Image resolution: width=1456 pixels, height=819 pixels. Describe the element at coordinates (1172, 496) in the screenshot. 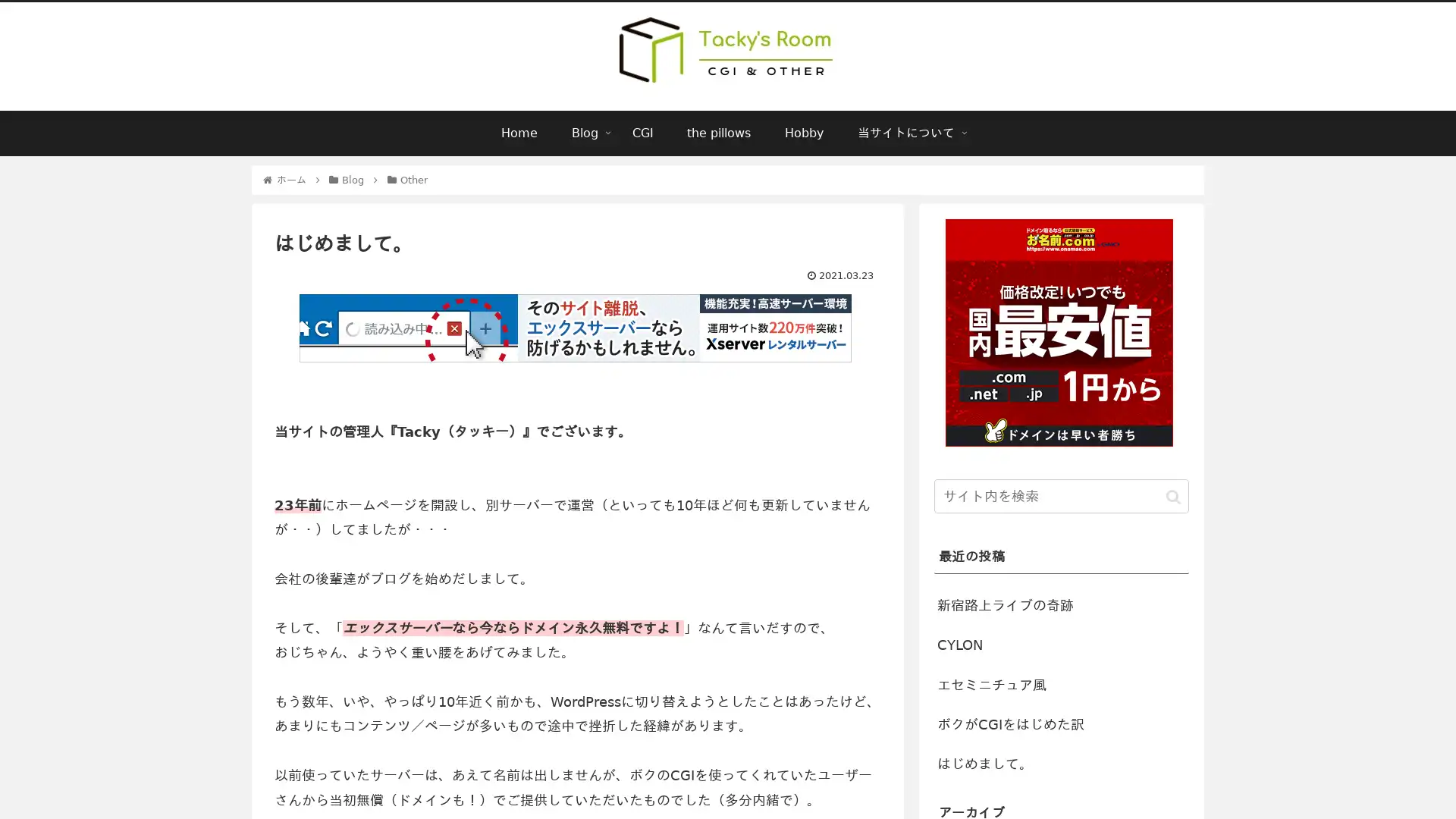

I see `button` at that location.